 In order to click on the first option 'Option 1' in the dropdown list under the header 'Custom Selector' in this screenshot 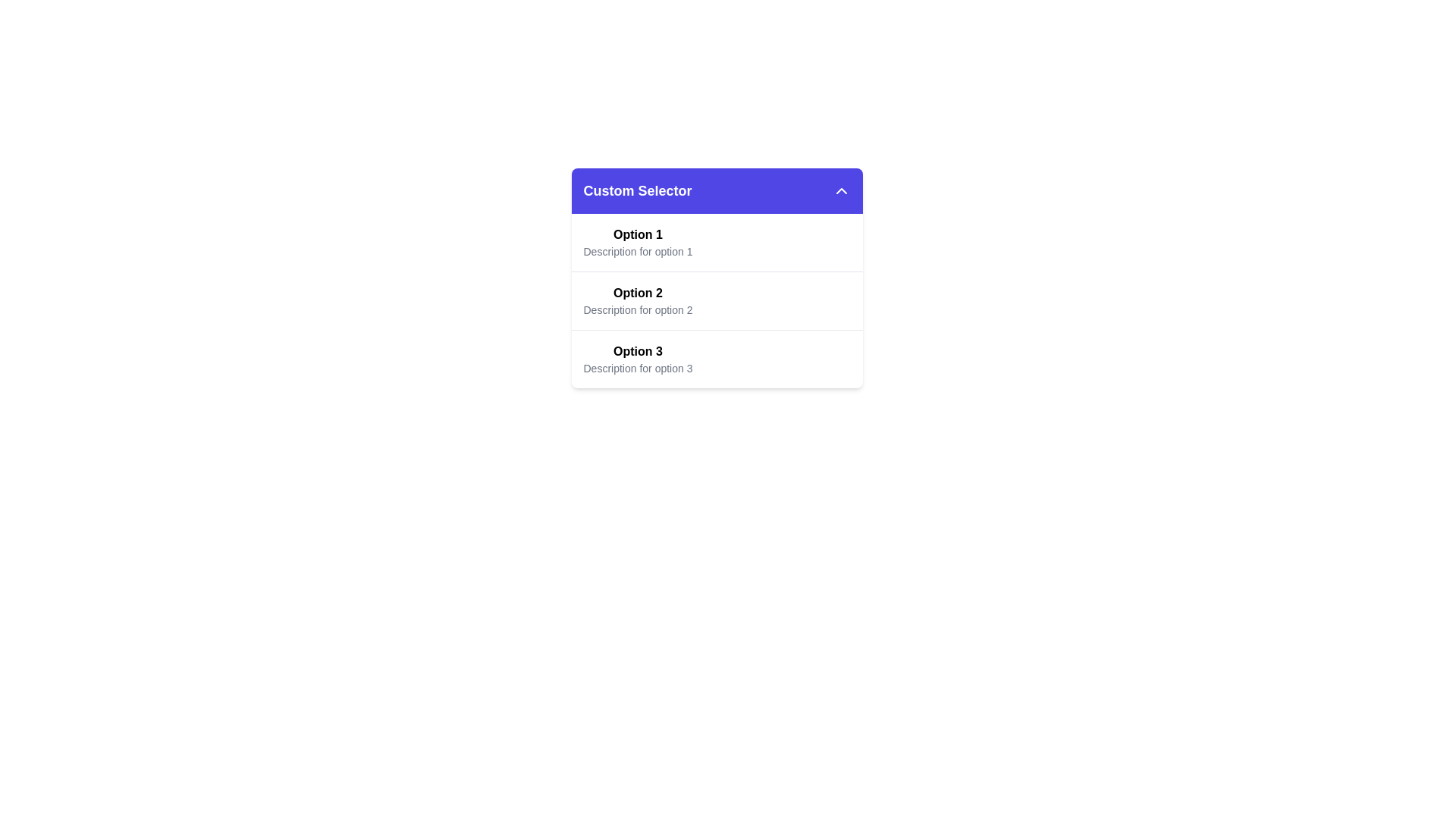, I will do `click(638, 242)`.